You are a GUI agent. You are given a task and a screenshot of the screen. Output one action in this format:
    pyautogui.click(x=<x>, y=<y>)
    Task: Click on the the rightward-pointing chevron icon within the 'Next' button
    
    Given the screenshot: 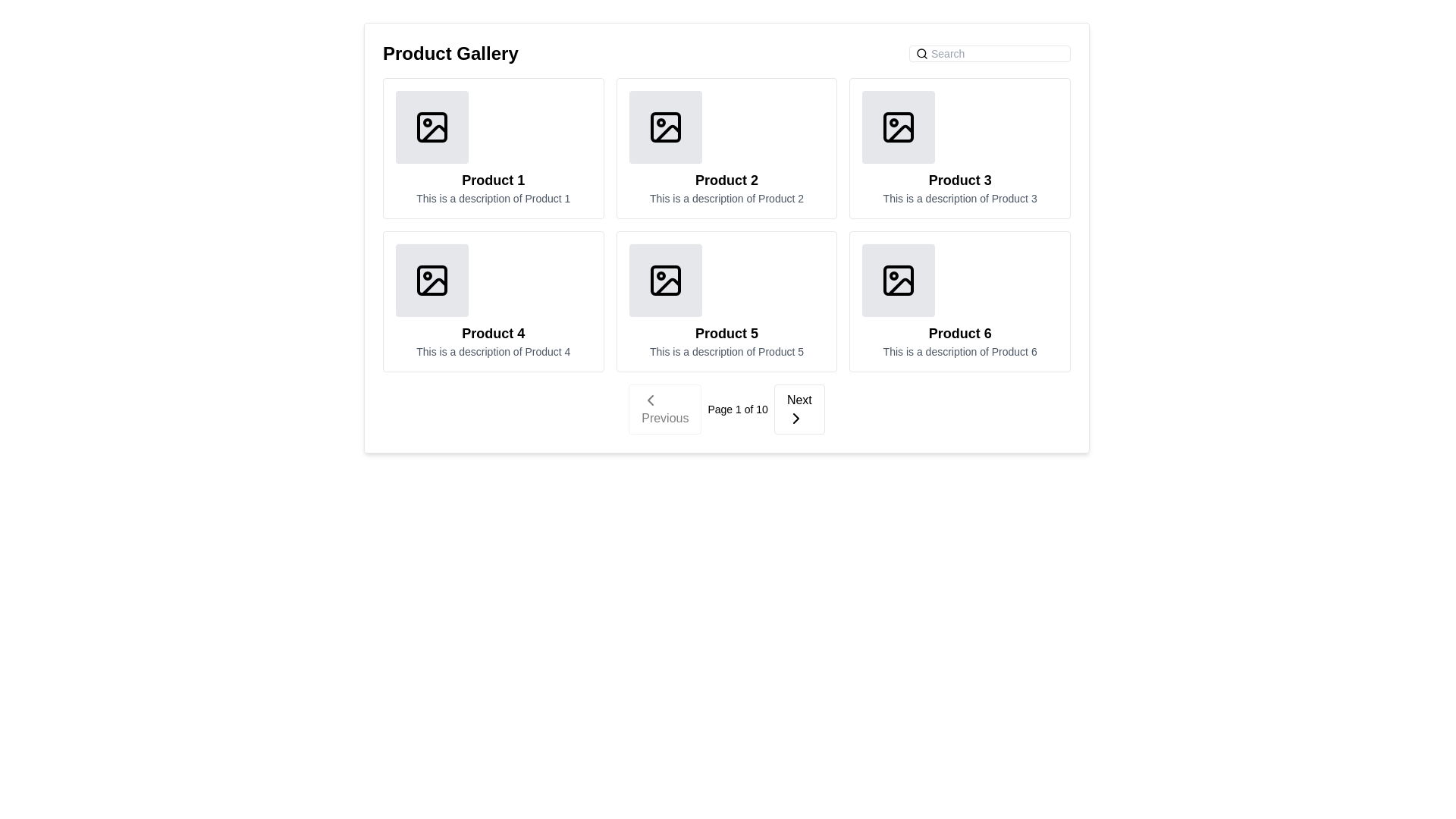 What is the action you would take?
    pyautogui.click(x=795, y=418)
    